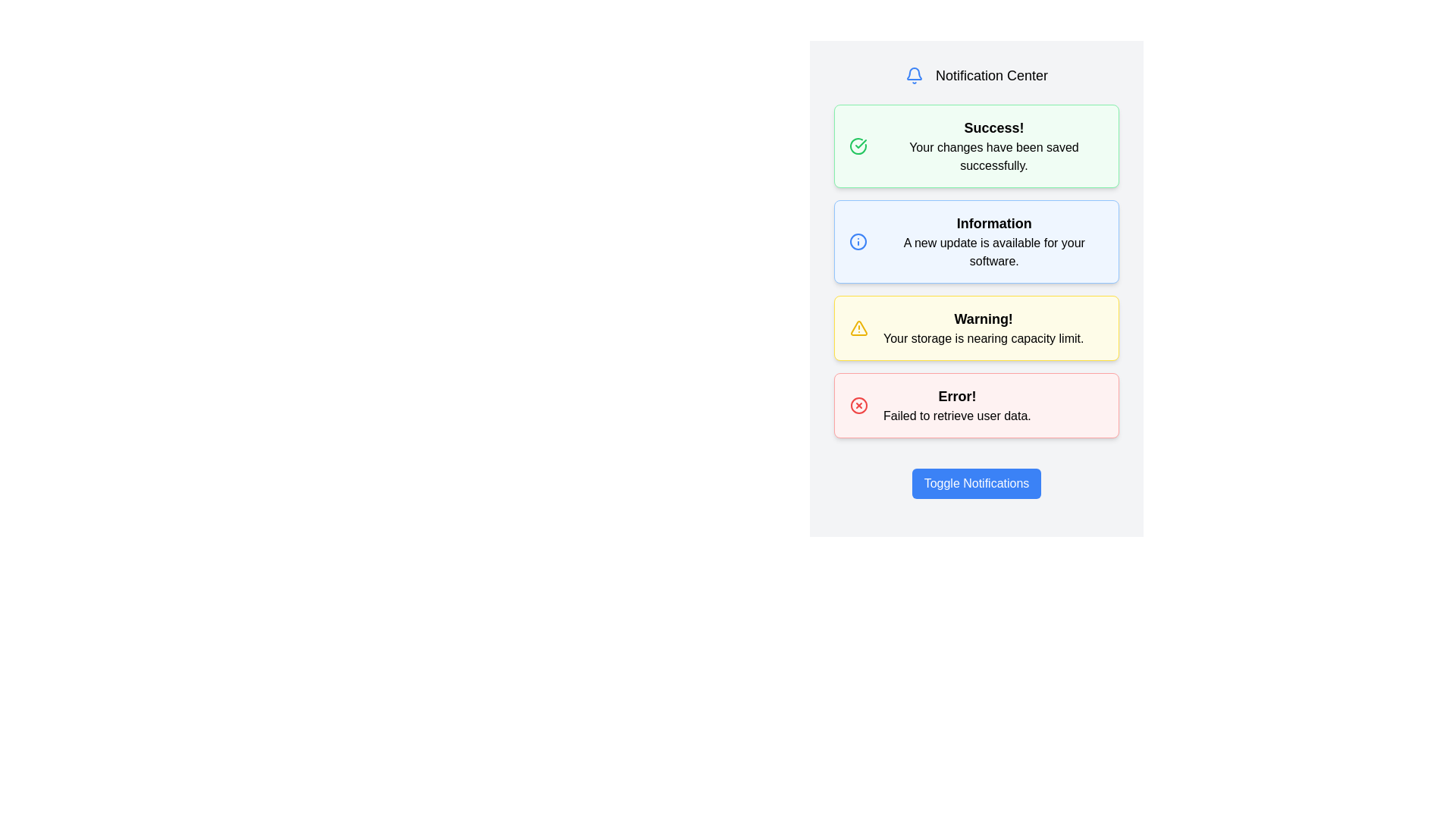 Image resolution: width=1456 pixels, height=819 pixels. Describe the element at coordinates (976, 241) in the screenshot. I see `information provided in the second notification card with a blue background that contains the title 'Information' and the message 'A new update is available for your software.'` at that location.